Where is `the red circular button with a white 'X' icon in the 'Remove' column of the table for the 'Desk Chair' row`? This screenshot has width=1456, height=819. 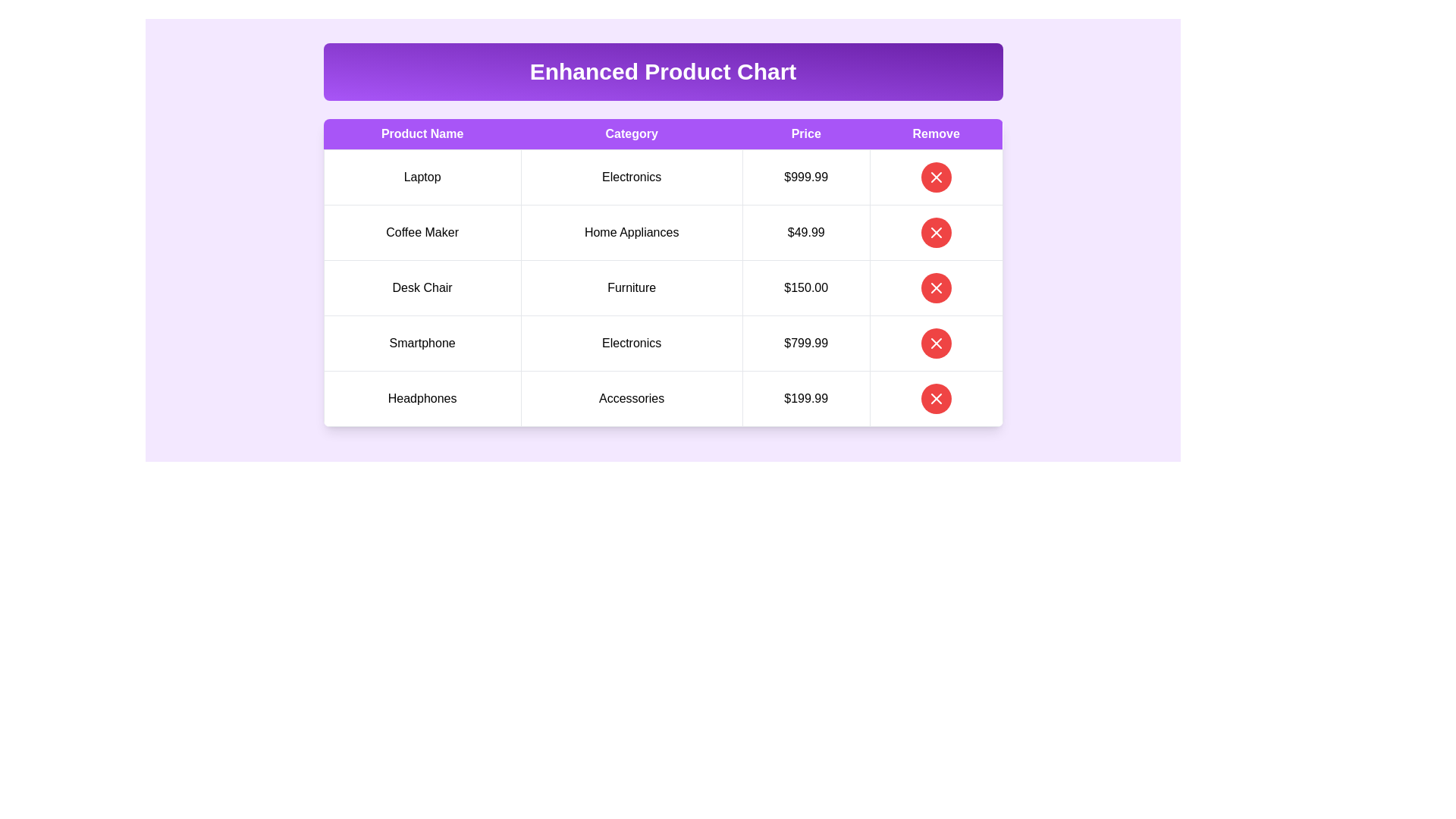 the red circular button with a white 'X' icon in the 'Remove' column of the table for the 'Desk Chair' row is located at coordinates (935, 288).